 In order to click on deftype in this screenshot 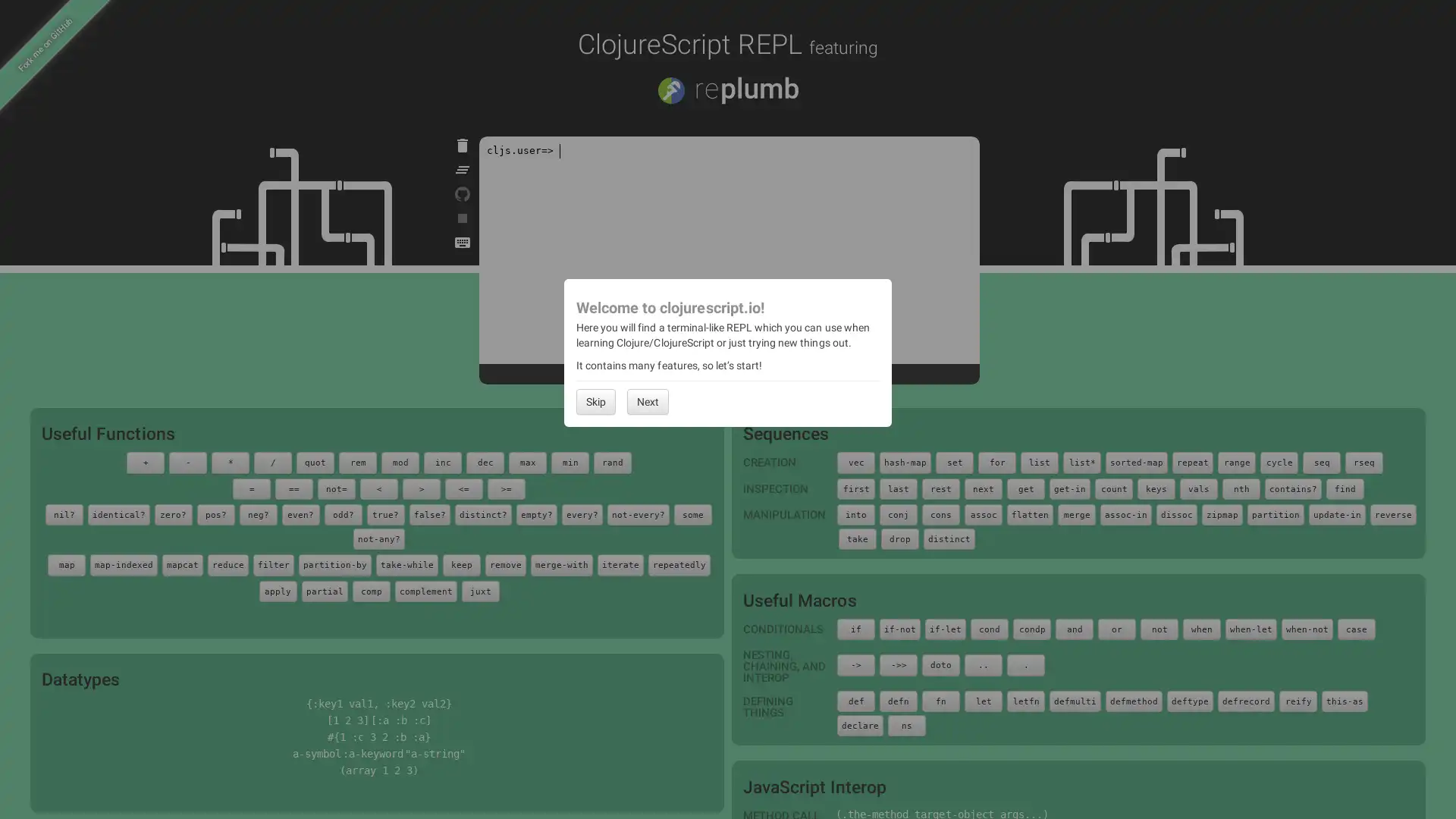, I will do `click(1189, 701)`.